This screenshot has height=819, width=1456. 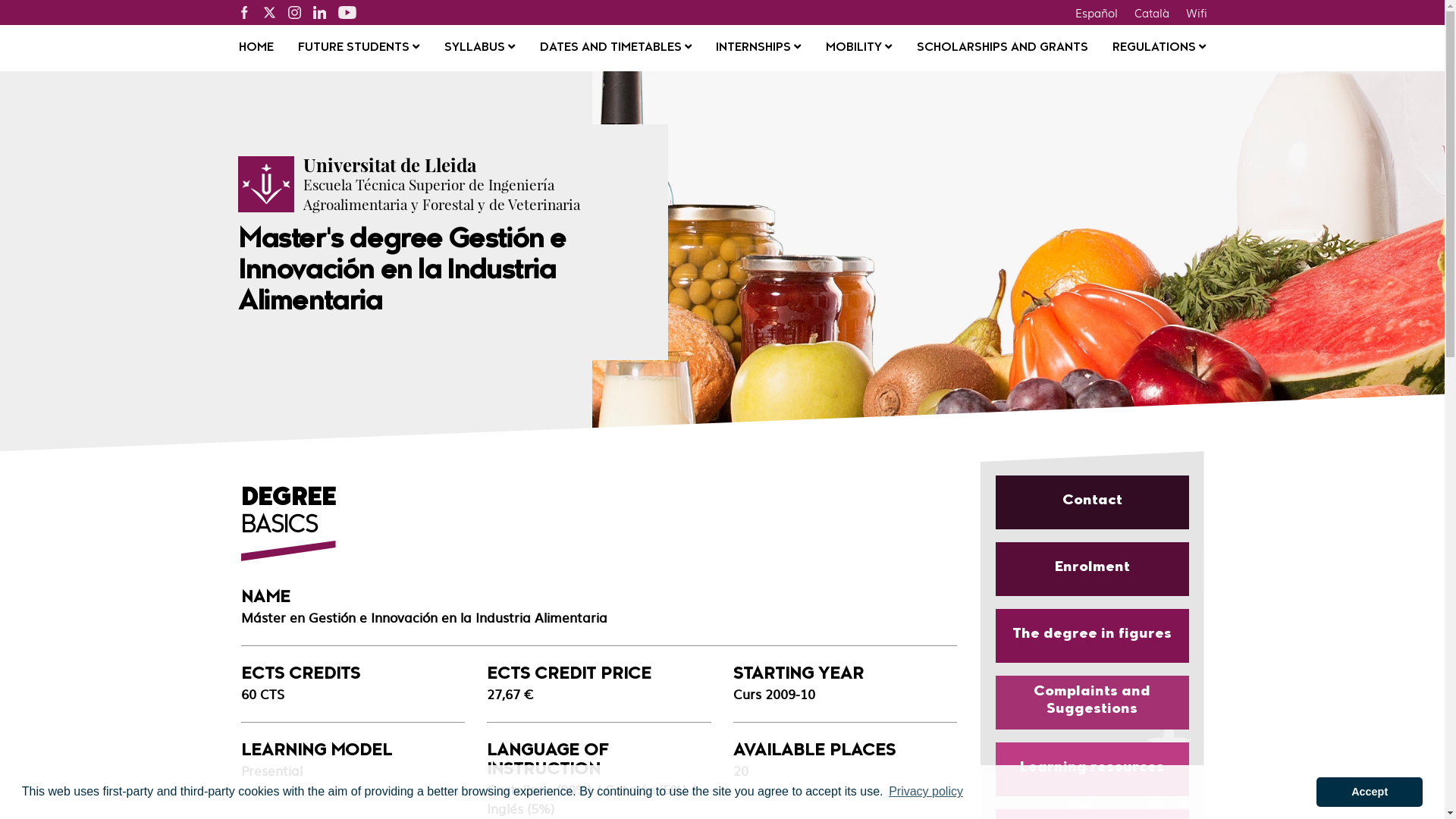 What do you see at coordinates (924, 791) in the screenshot?
I see `'Privacy policy'` at bounding box center [924, 791].